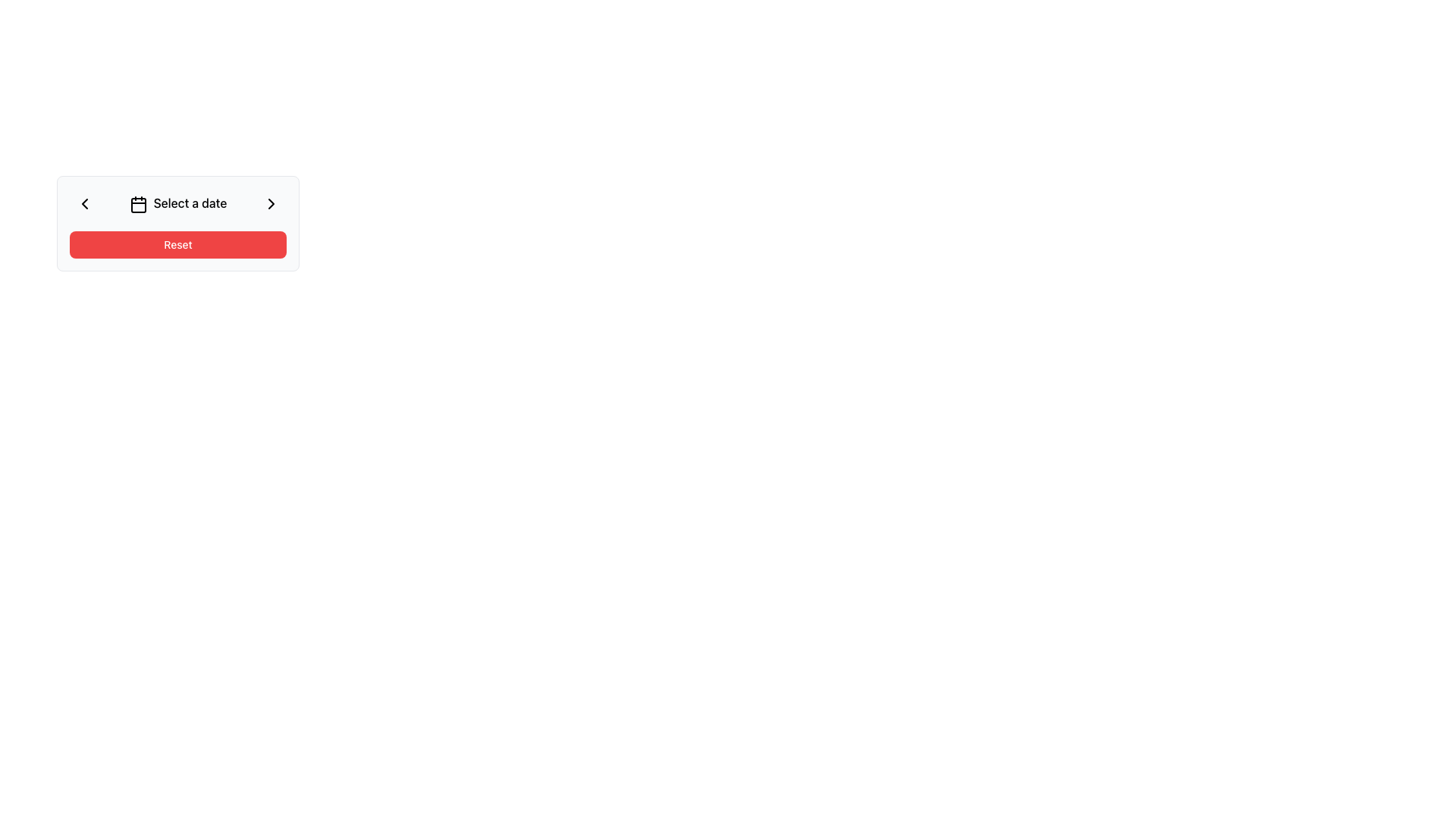 This screenshot has width=1456, height=819. Describe the element at coordinates (271, 203) in the screenshot. I see `the chevron icon located at the top-right corner of the date selection area, which is used for navigation to the next page or step` at that location.